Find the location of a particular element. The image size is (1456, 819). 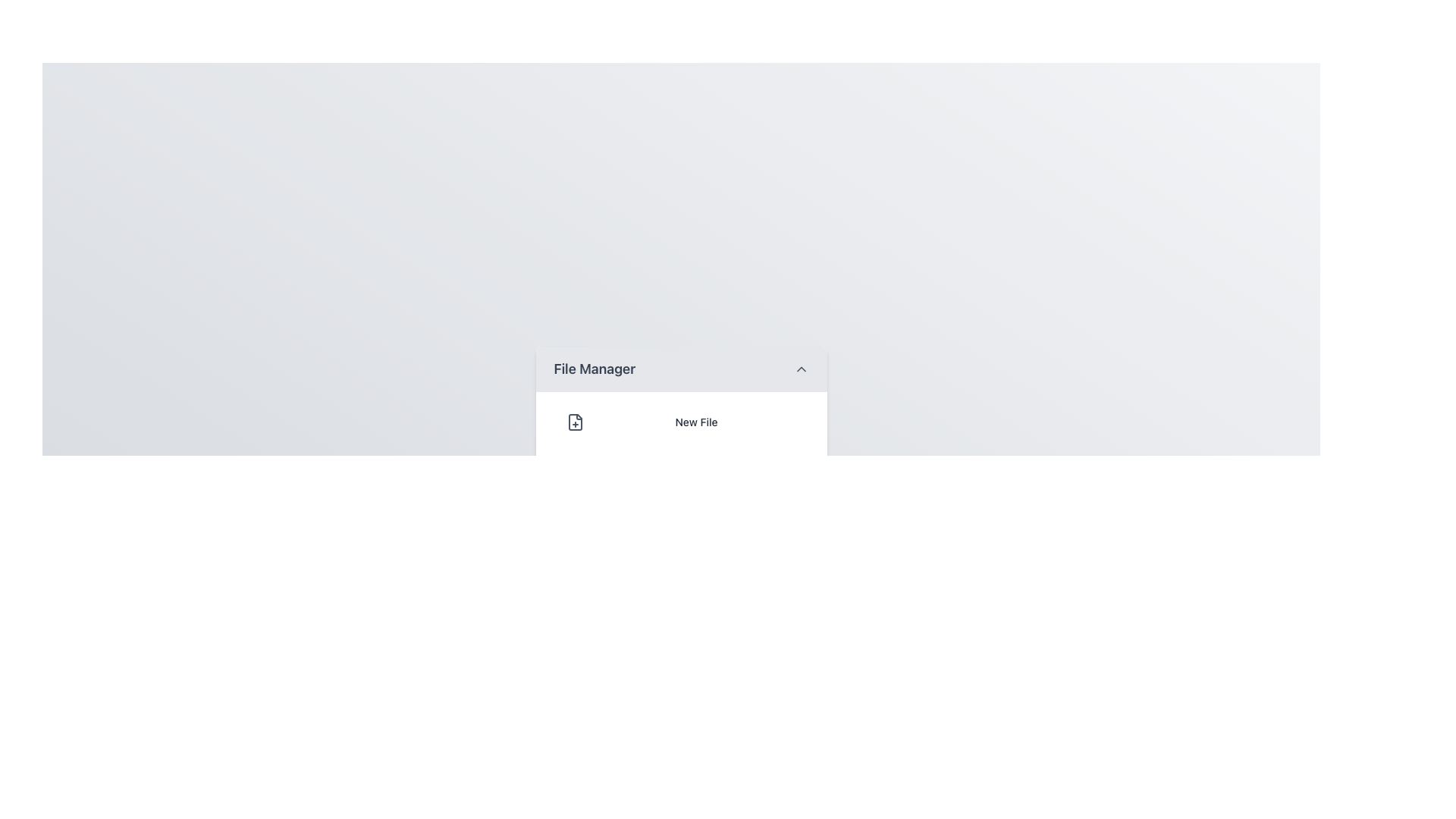

the small file icon with a plus symbol, located to the left of the text 'New File' is located at coordinates (574, 422).